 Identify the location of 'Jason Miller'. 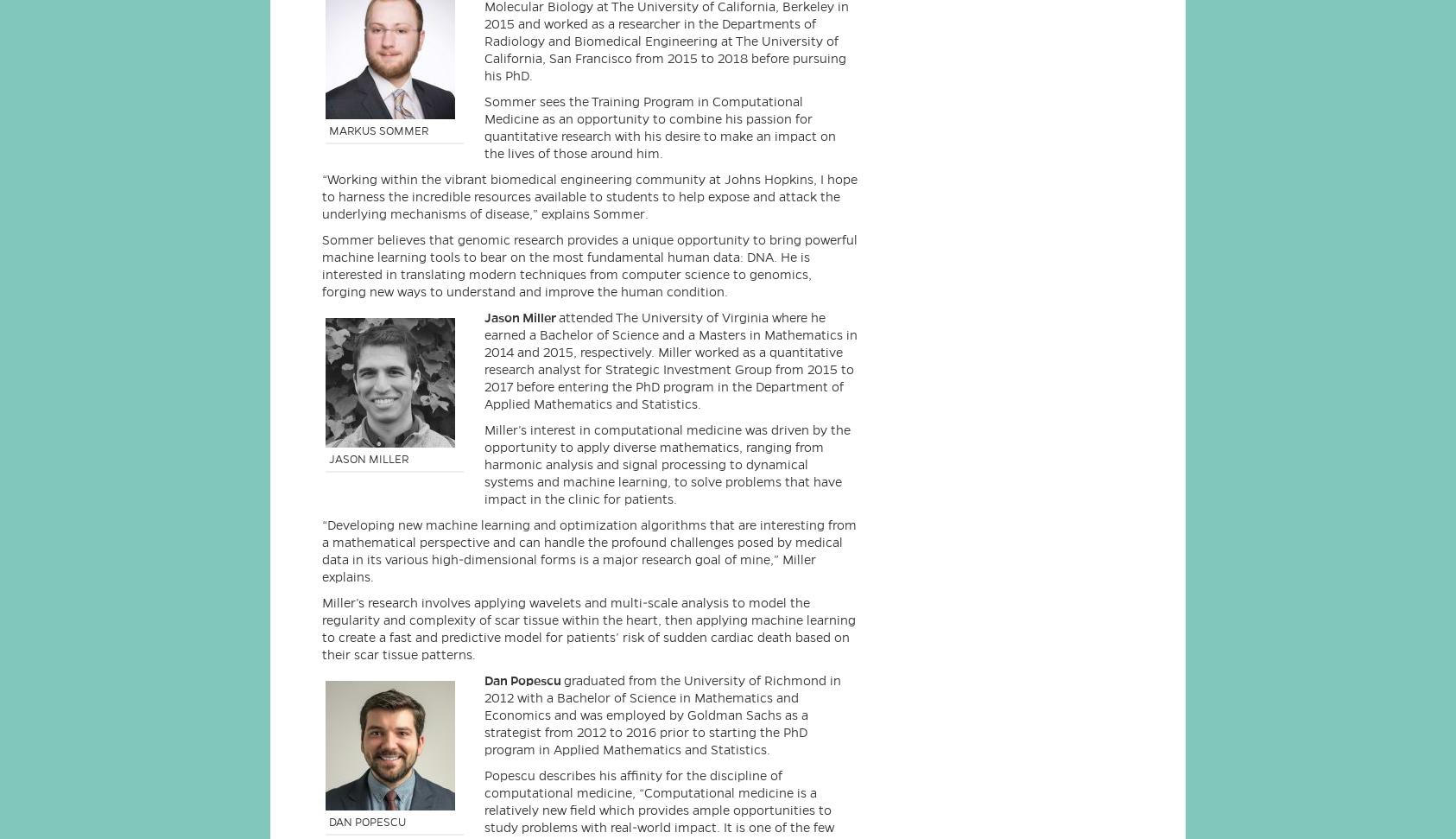
(520, 317).